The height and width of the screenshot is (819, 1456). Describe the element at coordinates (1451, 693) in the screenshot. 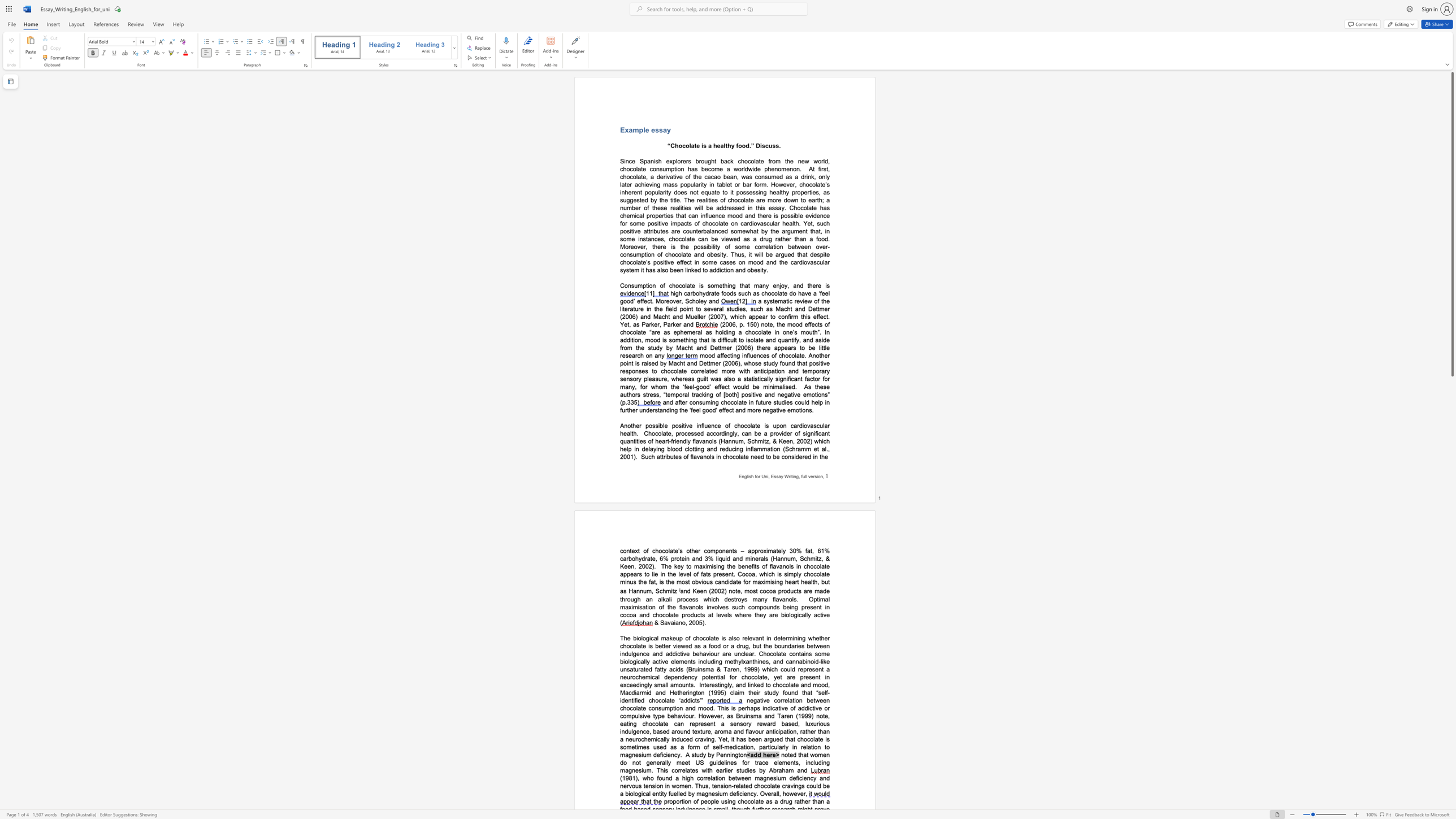

I see `the scrollbar on the right to shift the page lower` at that location.